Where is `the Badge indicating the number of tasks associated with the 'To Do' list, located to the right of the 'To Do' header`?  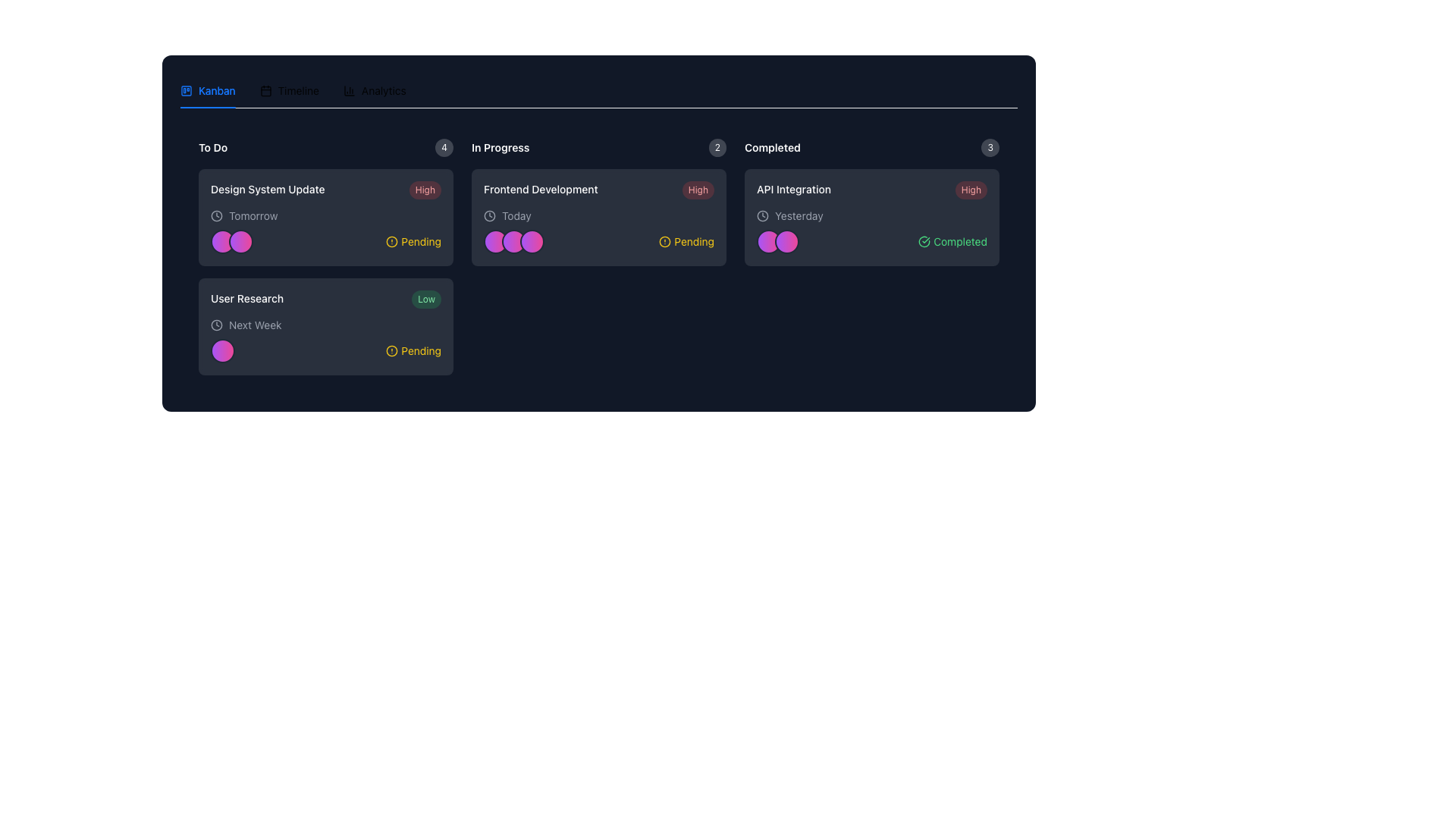 the Badge indicating the number of tasks associated with the 'To Do' list, located to the right of the 'To Do' header is located at coordinates (444, 148).